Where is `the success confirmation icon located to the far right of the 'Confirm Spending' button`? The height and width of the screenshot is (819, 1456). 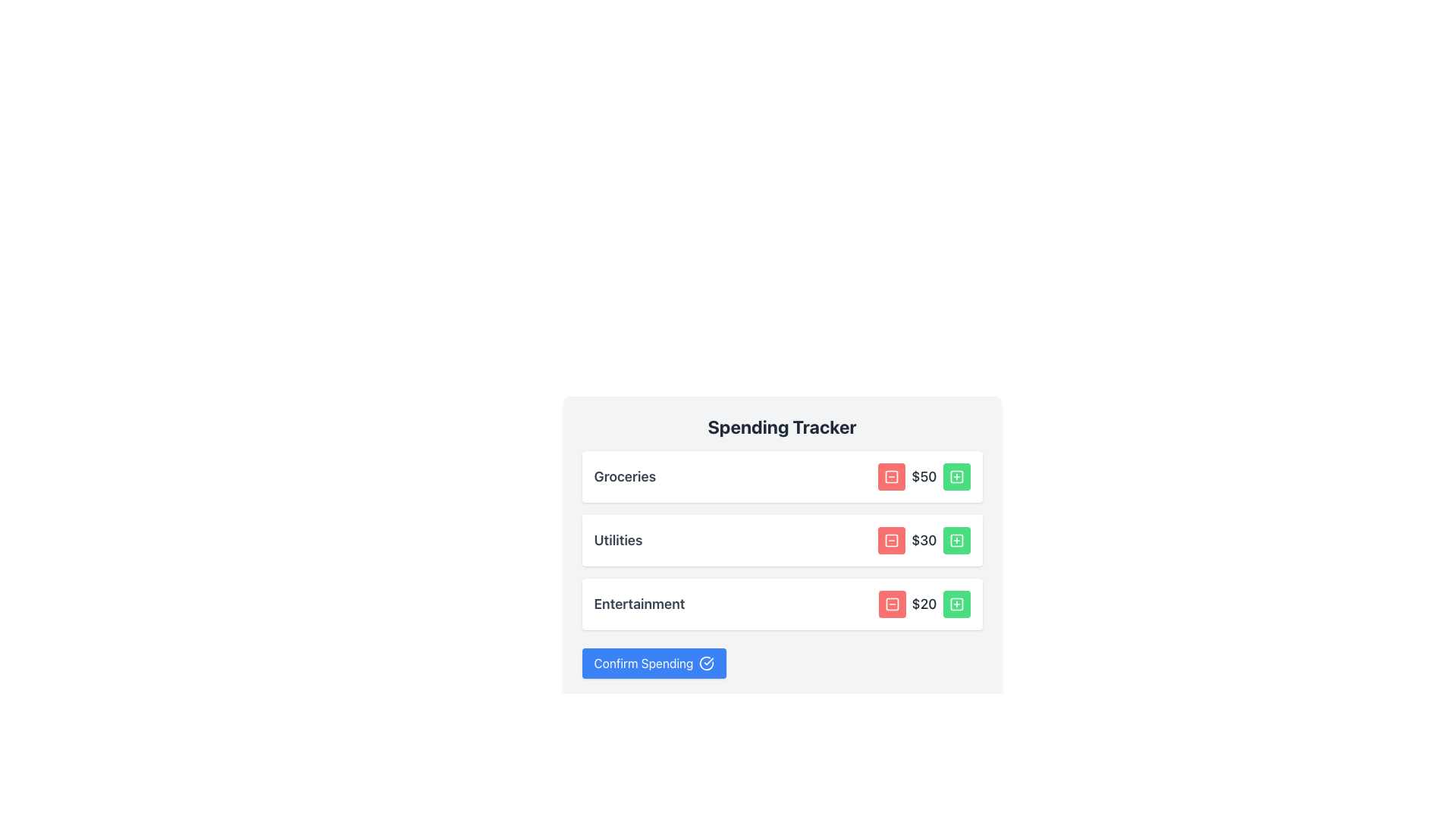
the success confirmation icon located to the far right of the 'Confirm Spending' button is located at coordinates (706, 663).